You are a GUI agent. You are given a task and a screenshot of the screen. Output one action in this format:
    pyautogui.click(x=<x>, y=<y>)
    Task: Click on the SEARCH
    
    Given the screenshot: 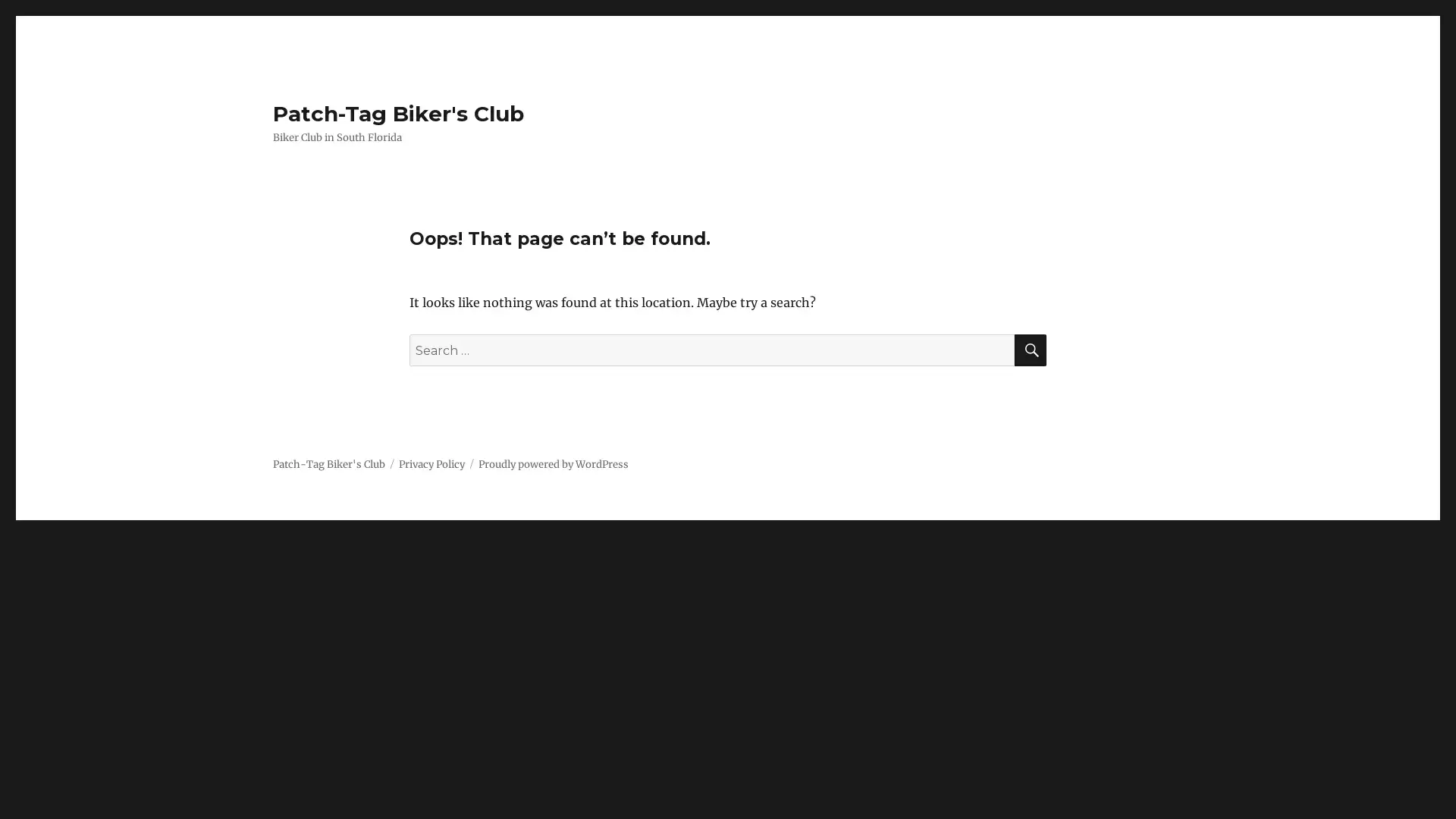 What is the action you would take?
    pyautogui.click(x=1030, y=350)
    